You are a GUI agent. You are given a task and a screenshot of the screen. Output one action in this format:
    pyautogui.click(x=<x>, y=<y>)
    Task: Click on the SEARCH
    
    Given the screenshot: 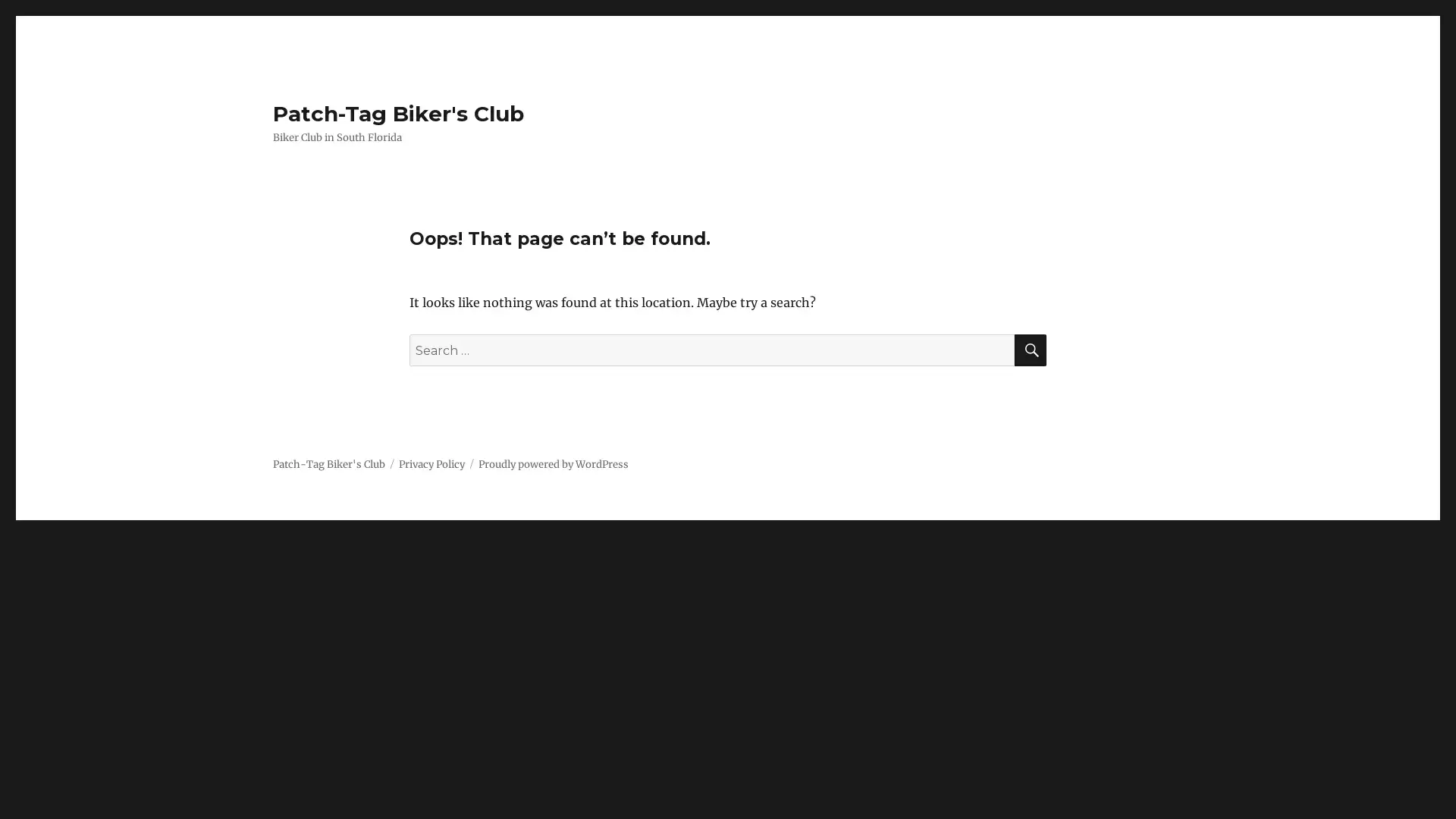 What is the action you would take?
    pyautogui.click(x=1030, y=350)
    